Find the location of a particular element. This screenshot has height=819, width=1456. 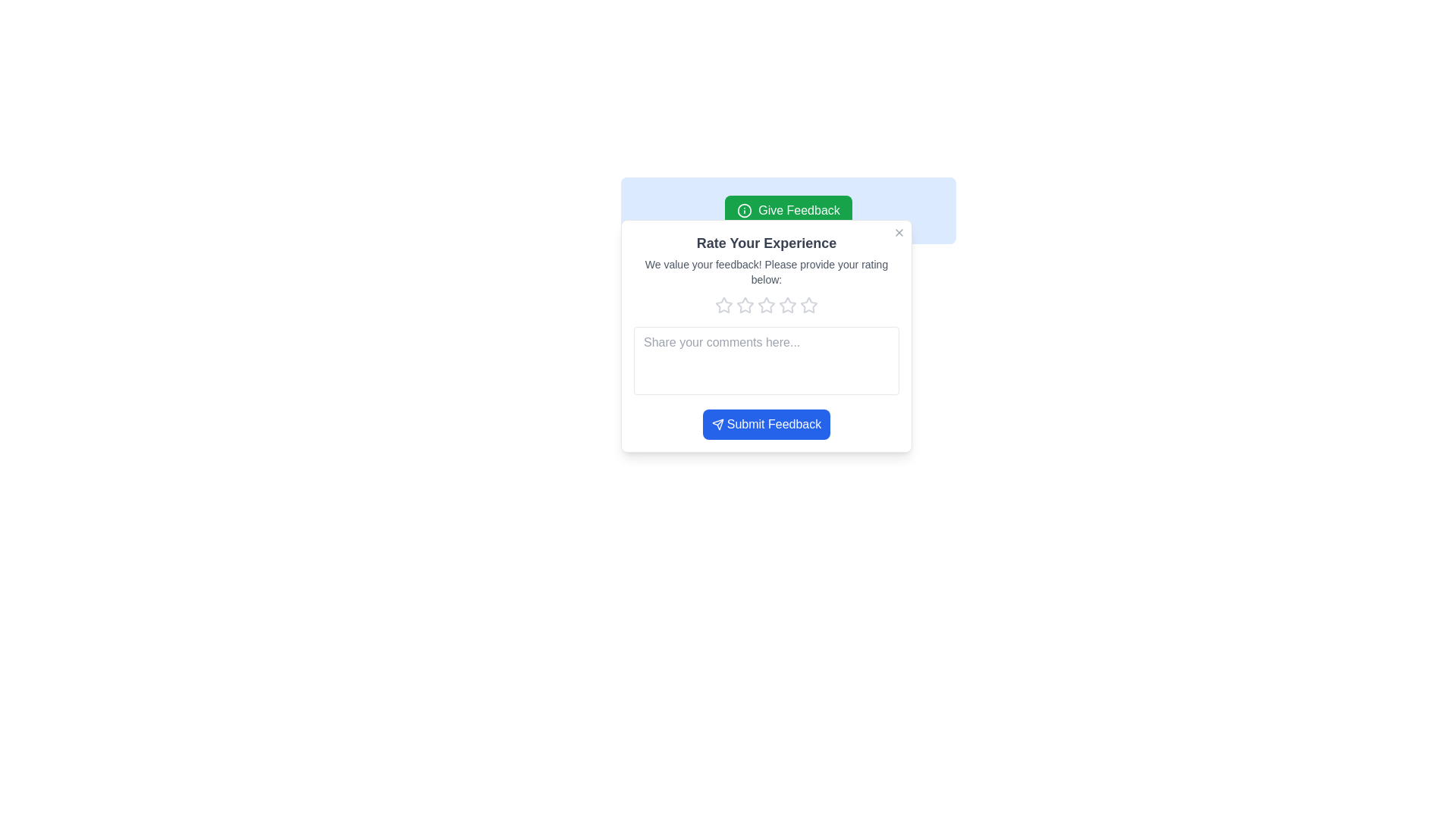

the fifth star icon in the star rating system is located at coordinates (808, 305).